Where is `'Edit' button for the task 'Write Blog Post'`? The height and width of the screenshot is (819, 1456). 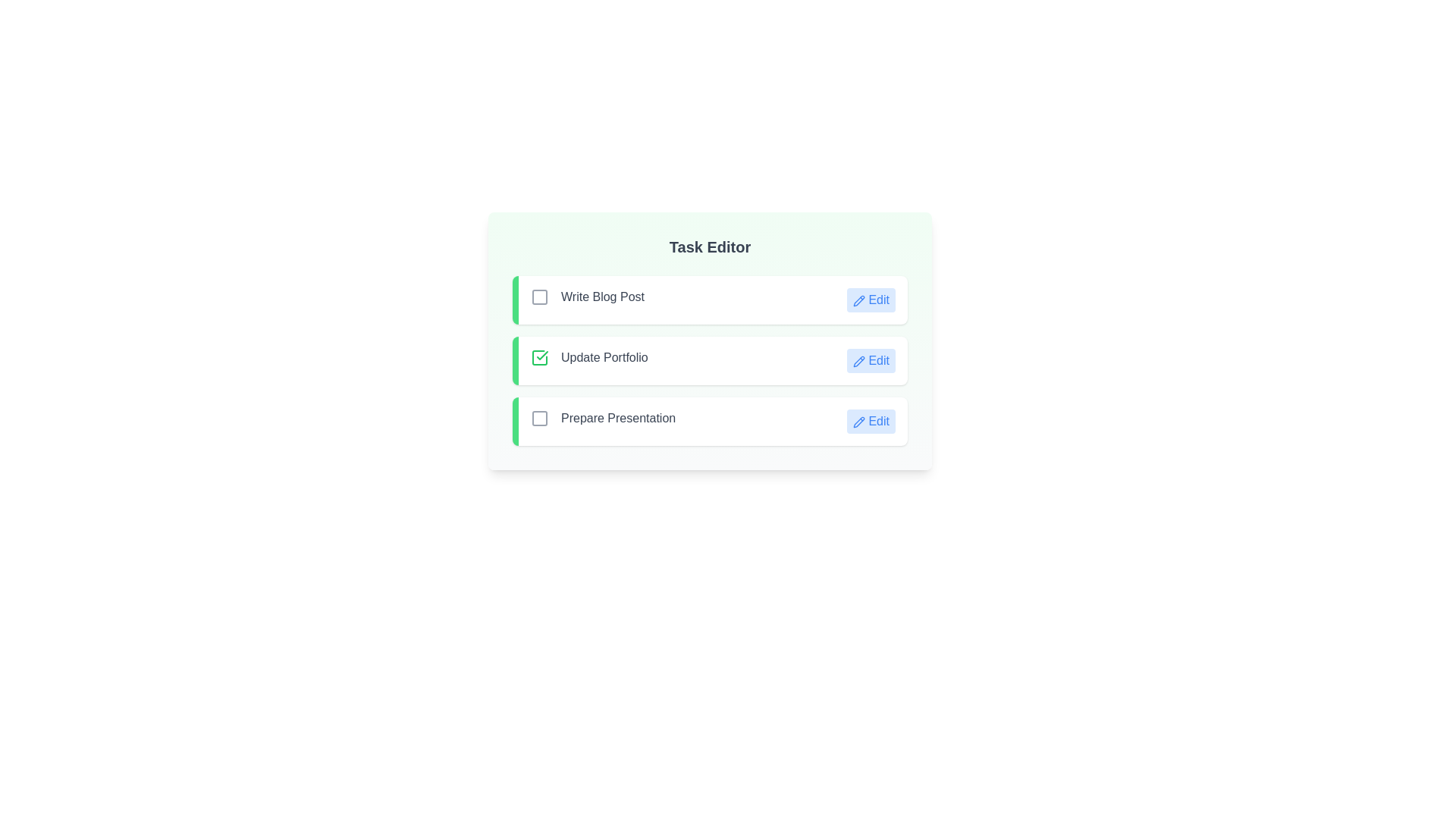 'Edit' button for the task 'Write Blog Post' is located at coordinates (871, 300).